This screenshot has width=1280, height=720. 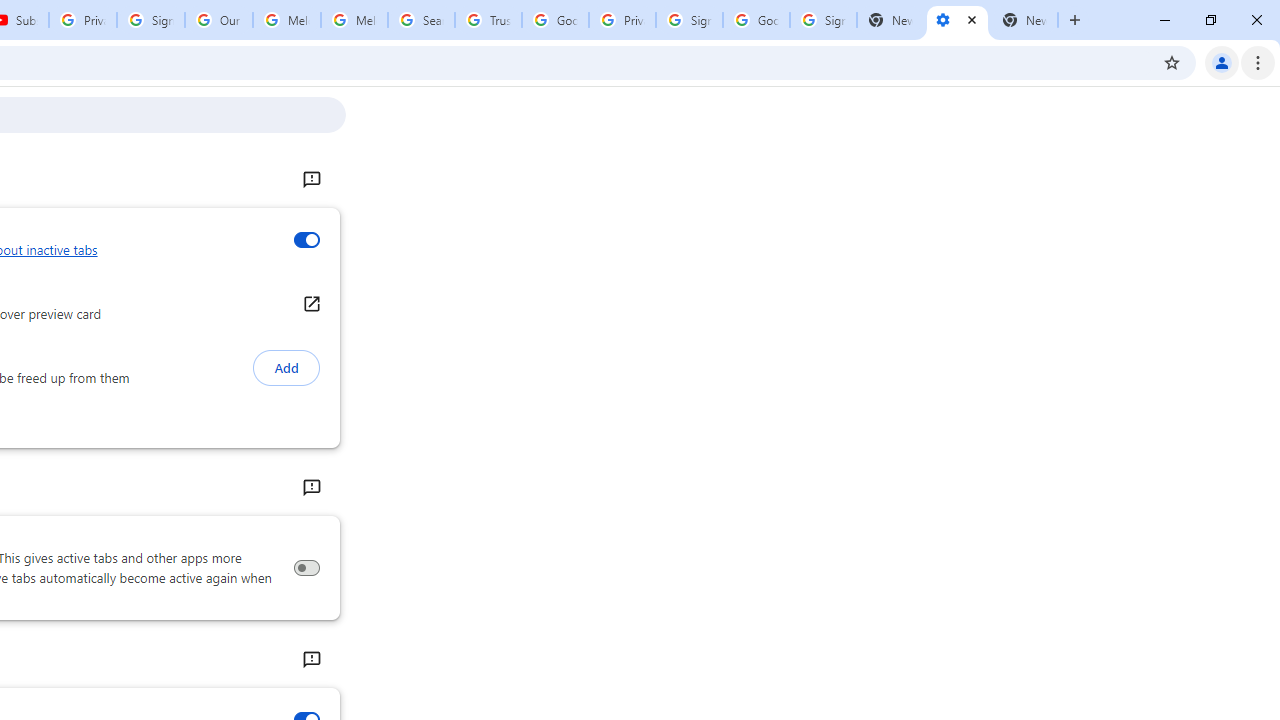 I want to click on 'Search our Doodle Library Collection - Google Doodles', so click(x=420, y=20).